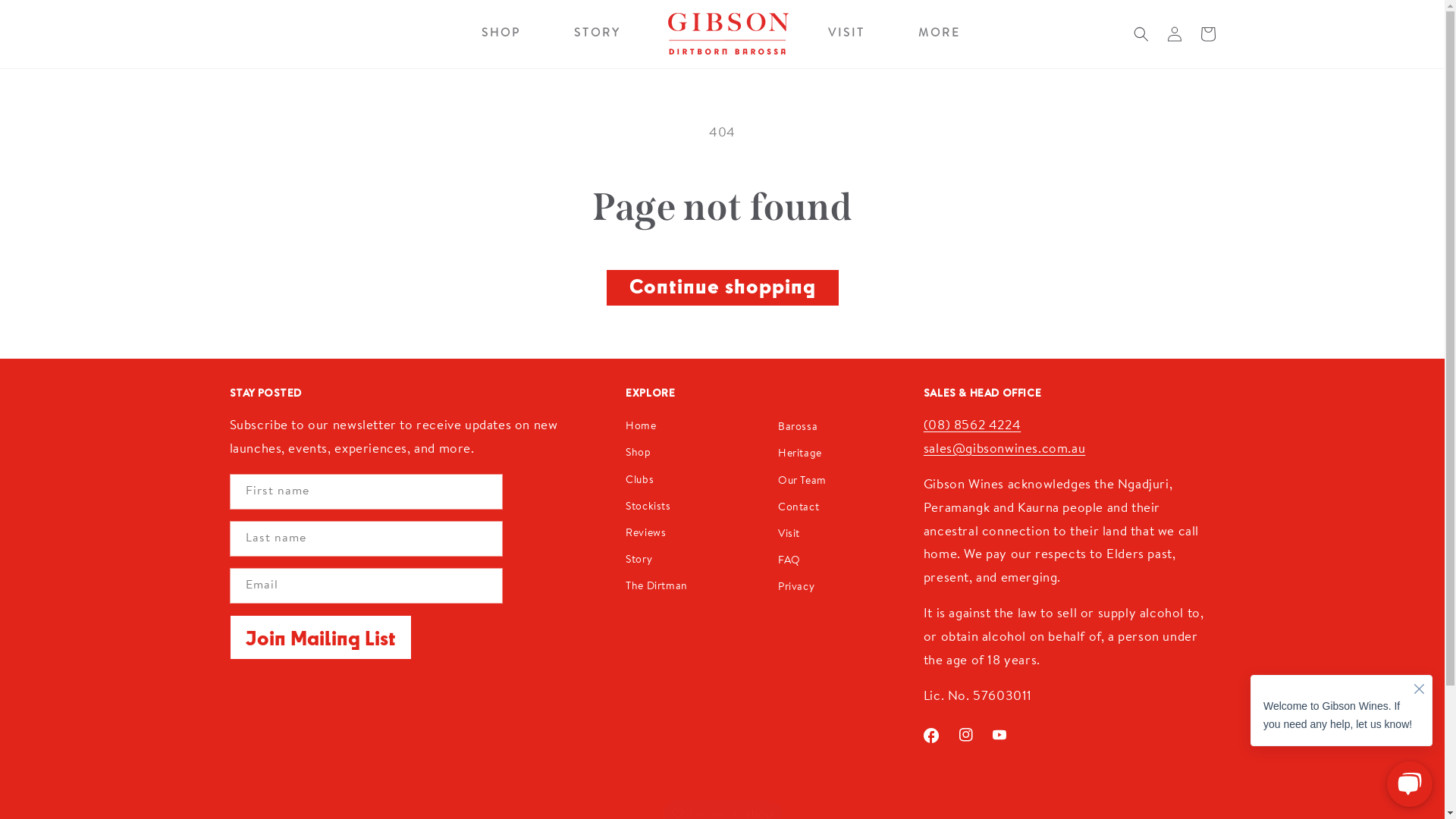 This screenshot has width=1456, height=819. What do you see at coordinates (1207, 34) in the screenshot?
I see `'Cart'` at bounding box center [1207, 34].